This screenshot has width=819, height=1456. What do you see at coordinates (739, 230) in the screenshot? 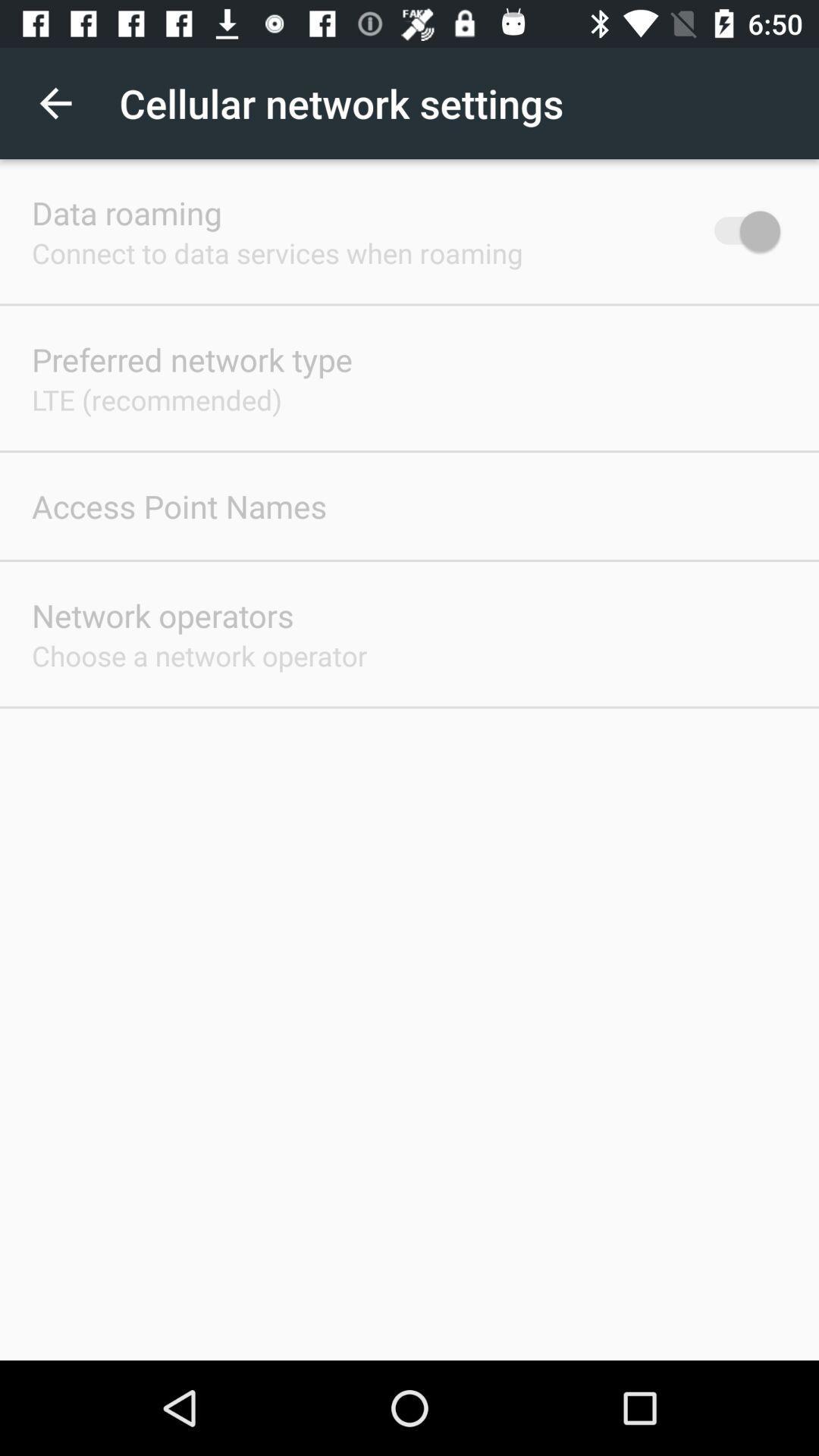
I see `the icon to the right of connect to data icon` at bounding box center [739, 230].